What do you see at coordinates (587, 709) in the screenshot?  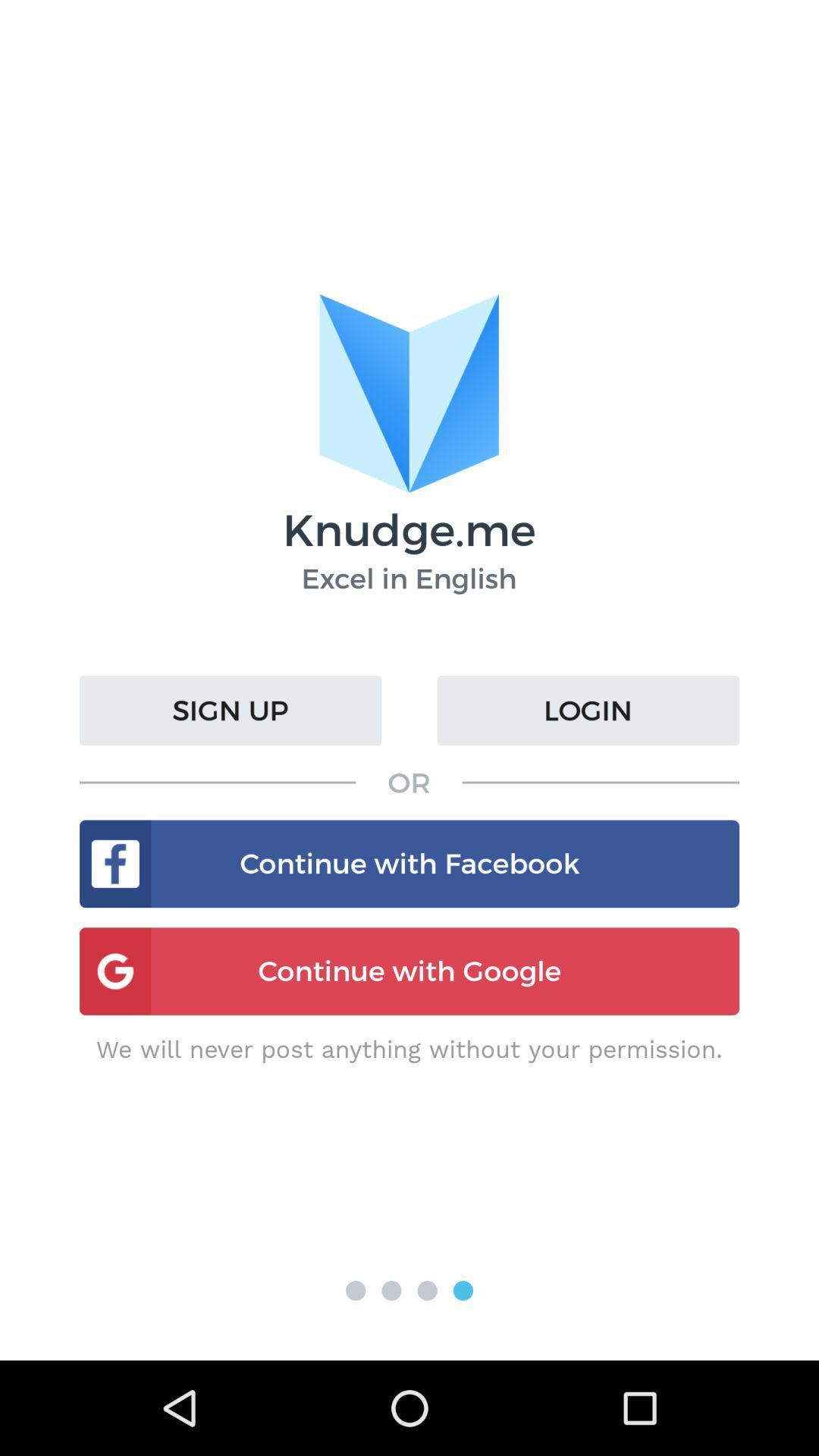 I see `the button beside signup` at bounding box center [587, 709].